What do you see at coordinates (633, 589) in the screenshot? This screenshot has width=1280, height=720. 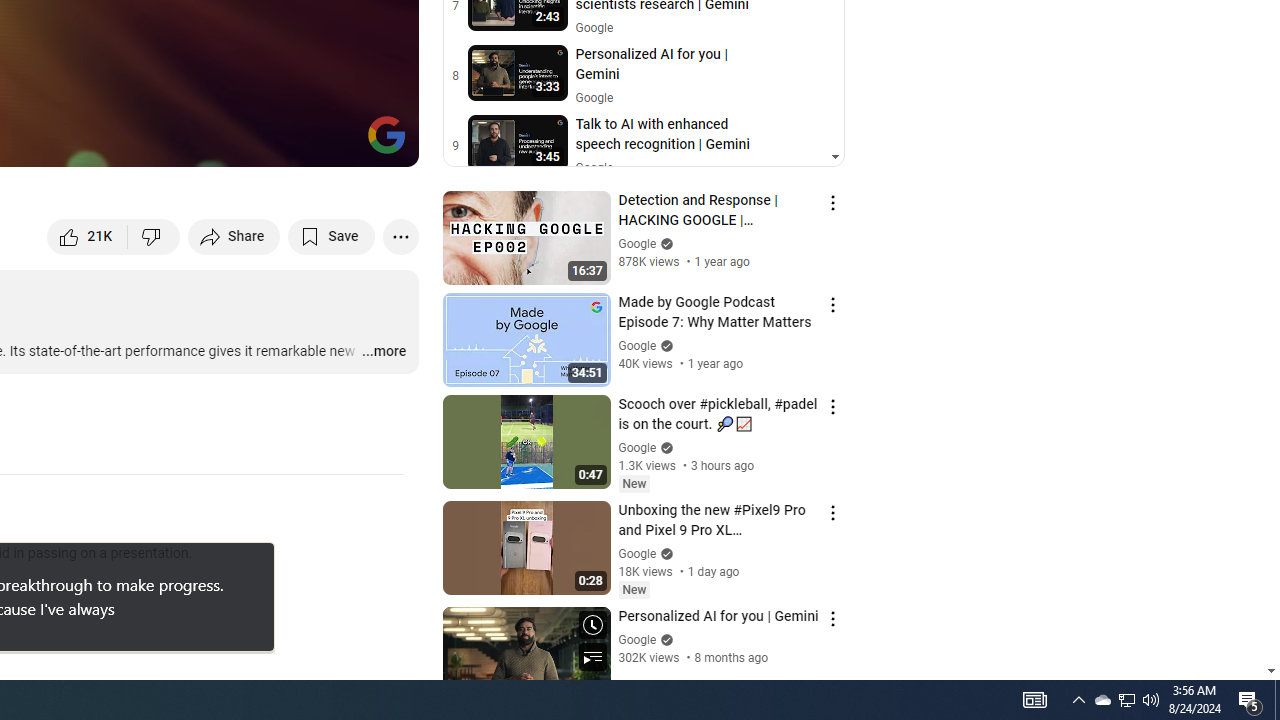 I see `'New'` at bounding box center [633, 589].